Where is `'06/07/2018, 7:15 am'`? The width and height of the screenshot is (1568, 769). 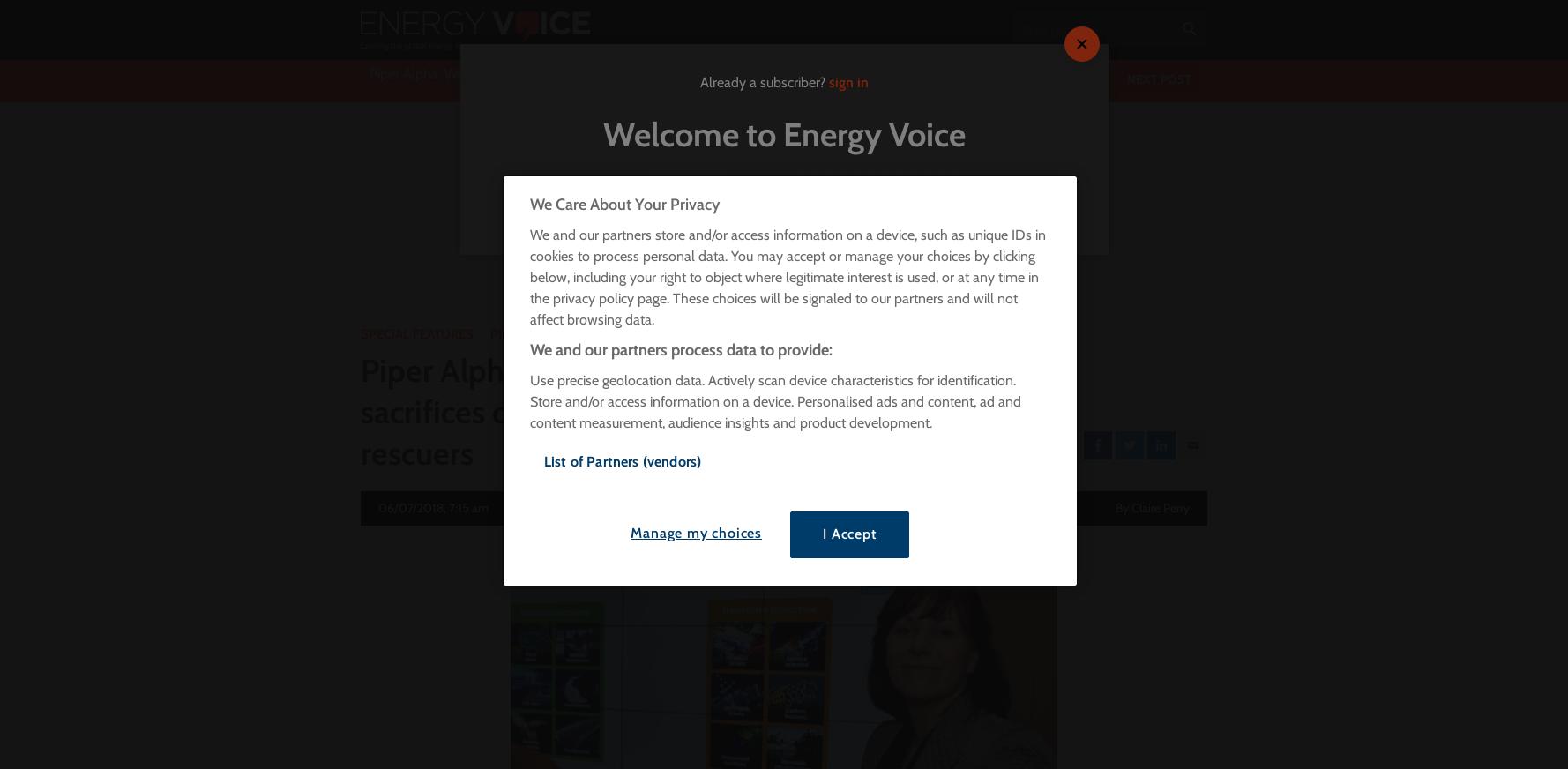 '06/07/2018, 7:15 am' is located at coordinates (378, 508).